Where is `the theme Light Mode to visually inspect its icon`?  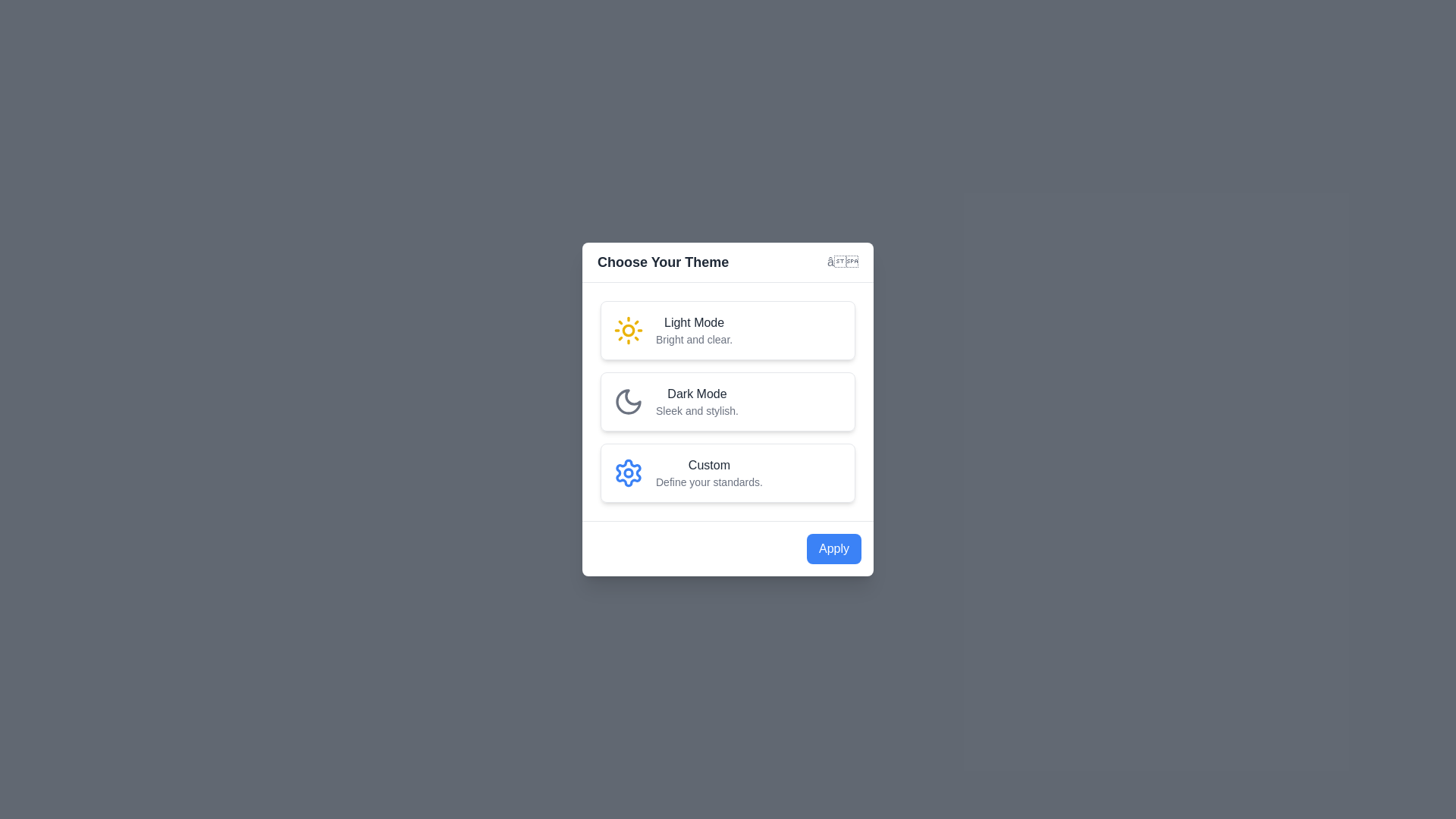 the theme Light Mode to visually inspect its icon is located at coordinates (728, 329).